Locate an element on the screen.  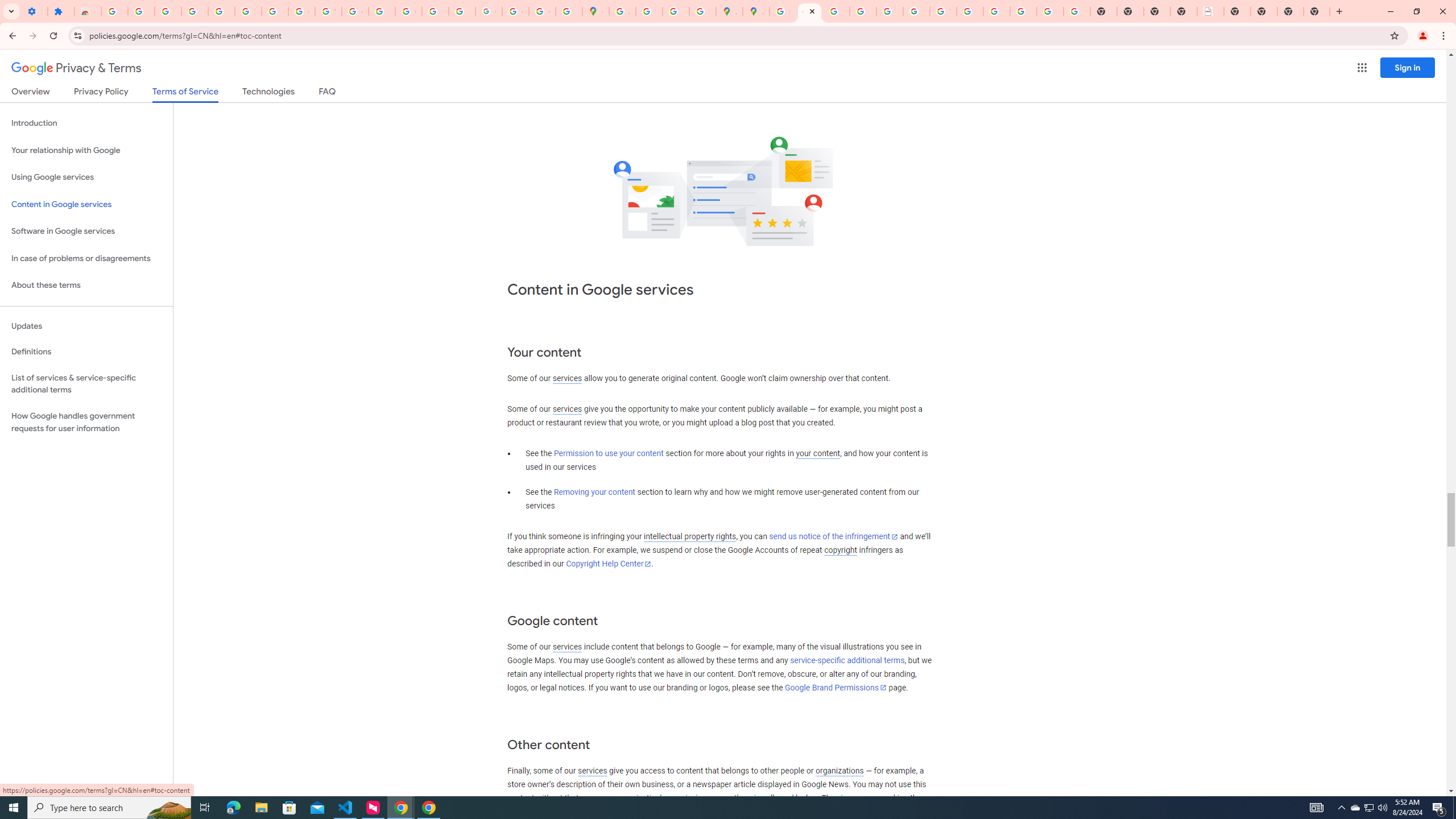
'About these terms' is located at coordinates (86, 285).